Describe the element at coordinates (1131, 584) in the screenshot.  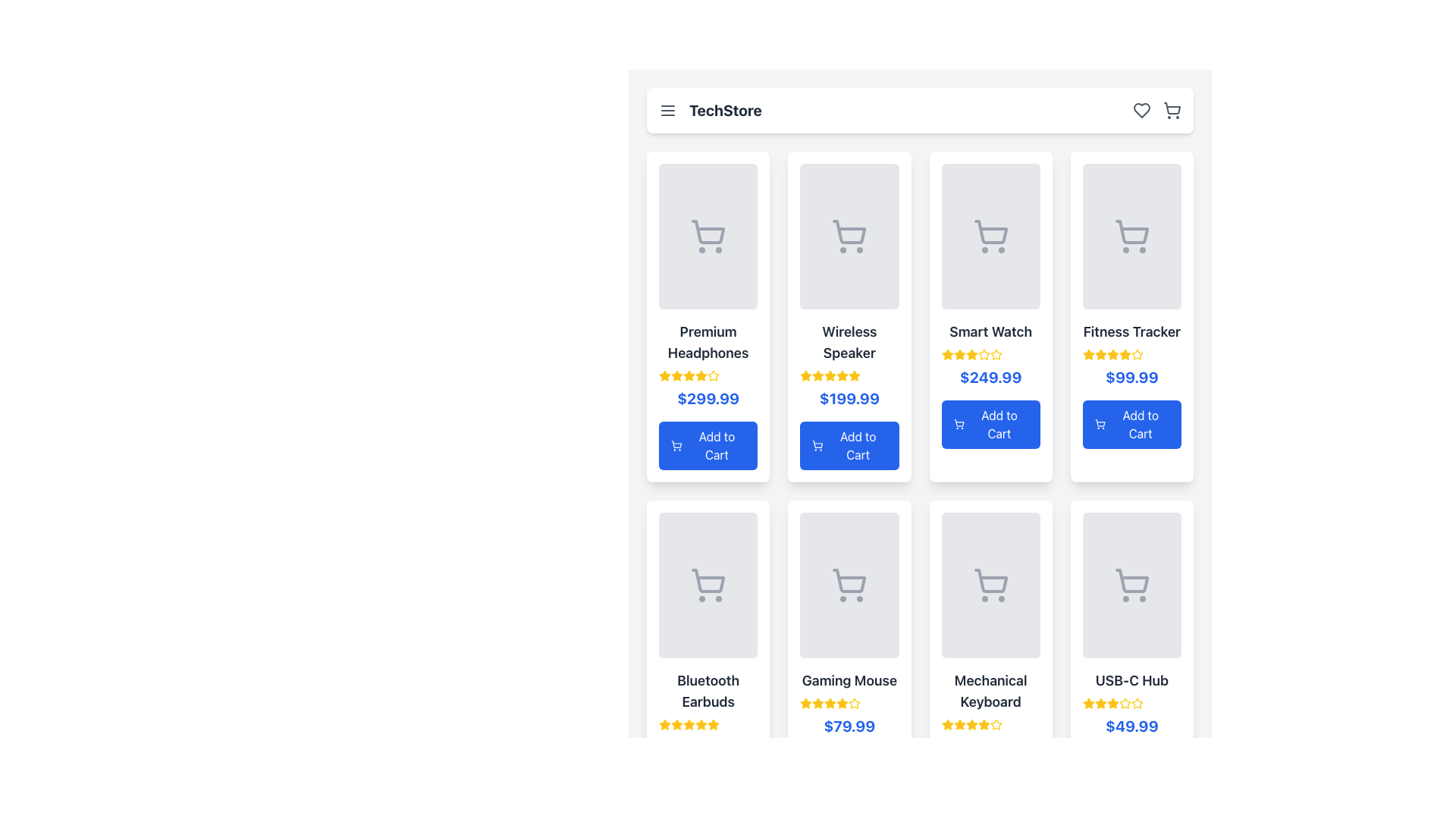
I see `the highlighted shopping cart icon located at the top center of the 'USB-C Hub' product card` at that location.